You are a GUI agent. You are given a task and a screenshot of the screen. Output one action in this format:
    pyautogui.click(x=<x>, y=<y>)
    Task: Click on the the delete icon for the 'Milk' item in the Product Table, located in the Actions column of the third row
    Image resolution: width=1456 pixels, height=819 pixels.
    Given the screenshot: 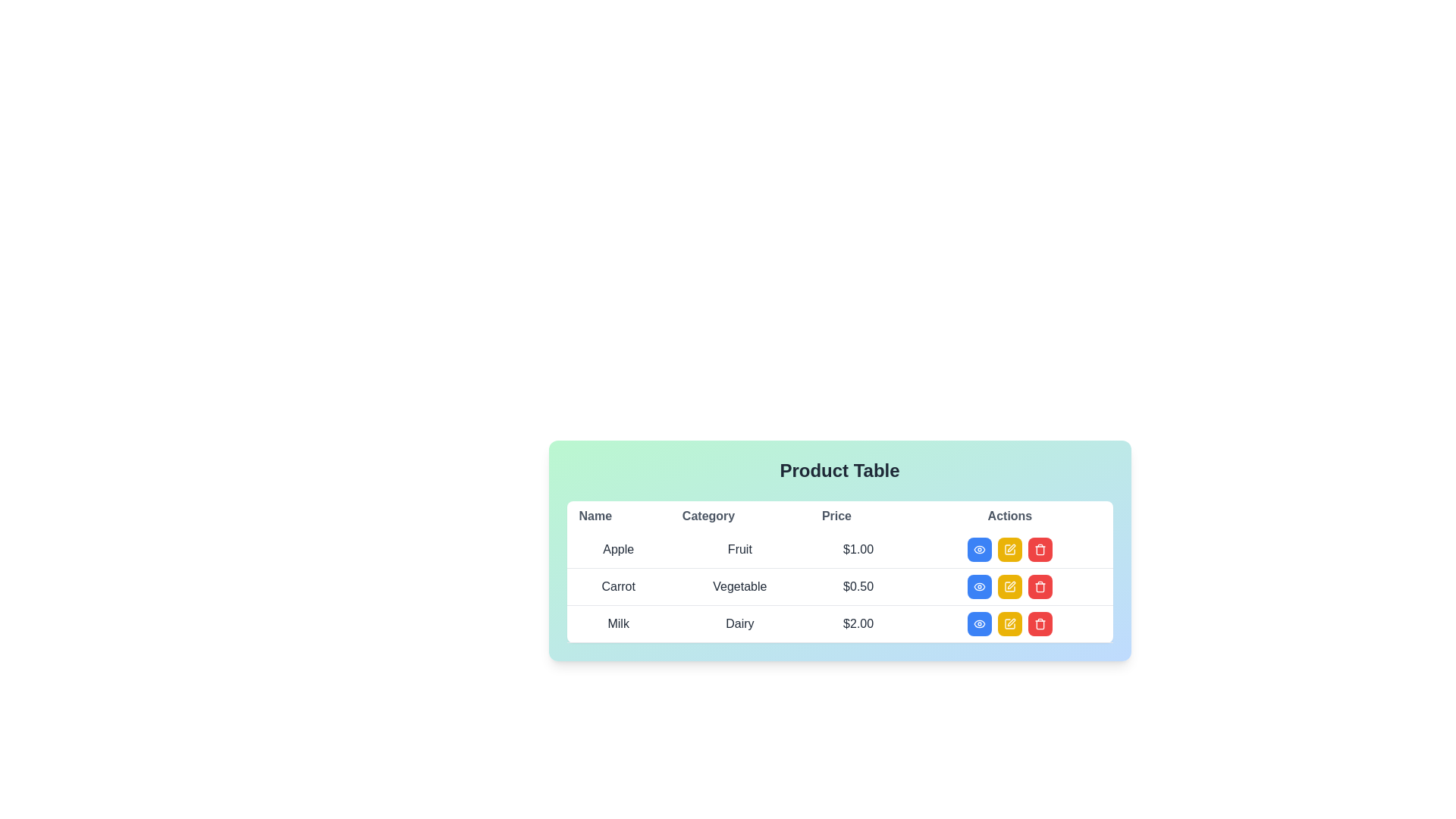 What is the action you would take?
    pyautogui.click(x=1039, y=623)
    